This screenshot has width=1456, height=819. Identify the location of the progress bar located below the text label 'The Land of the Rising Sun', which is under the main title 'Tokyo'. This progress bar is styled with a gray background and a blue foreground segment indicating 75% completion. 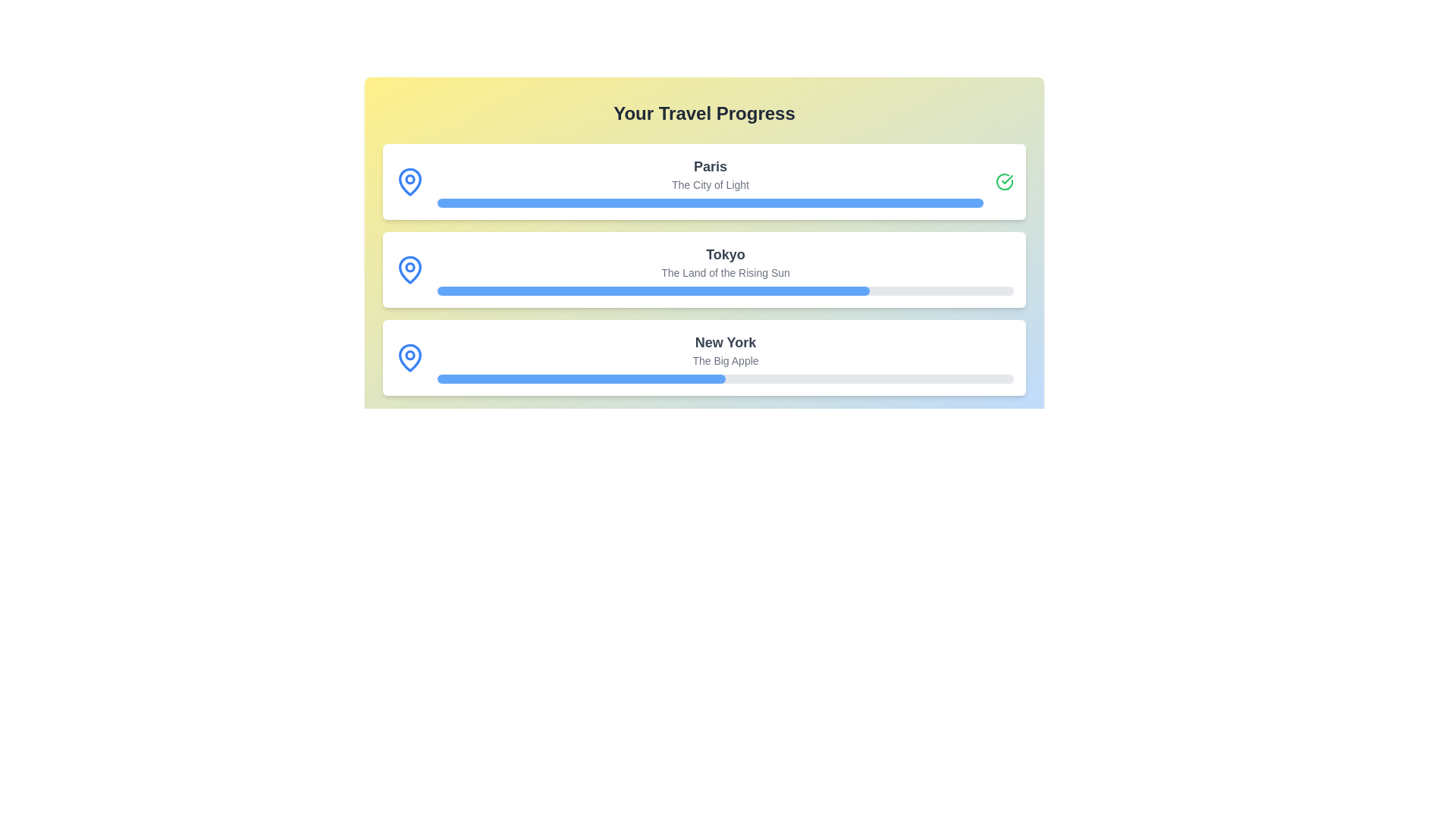
(724, 291).